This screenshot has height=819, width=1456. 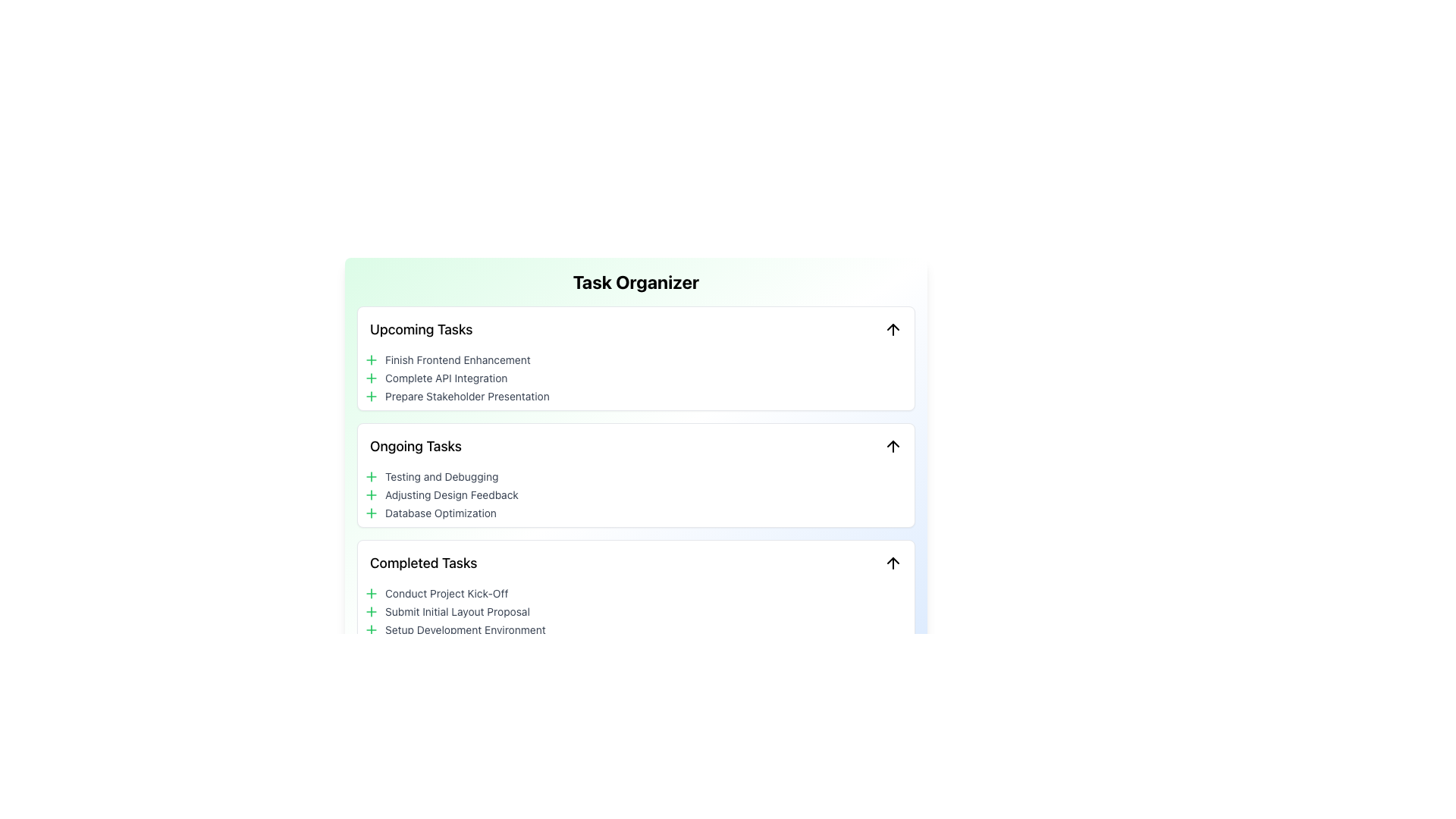 What do you see at coordinates (423, 563) in the screenshot?
I see `the Text label or heading that serves as the title for the completed tasks section` at bounding box center [423, 563].